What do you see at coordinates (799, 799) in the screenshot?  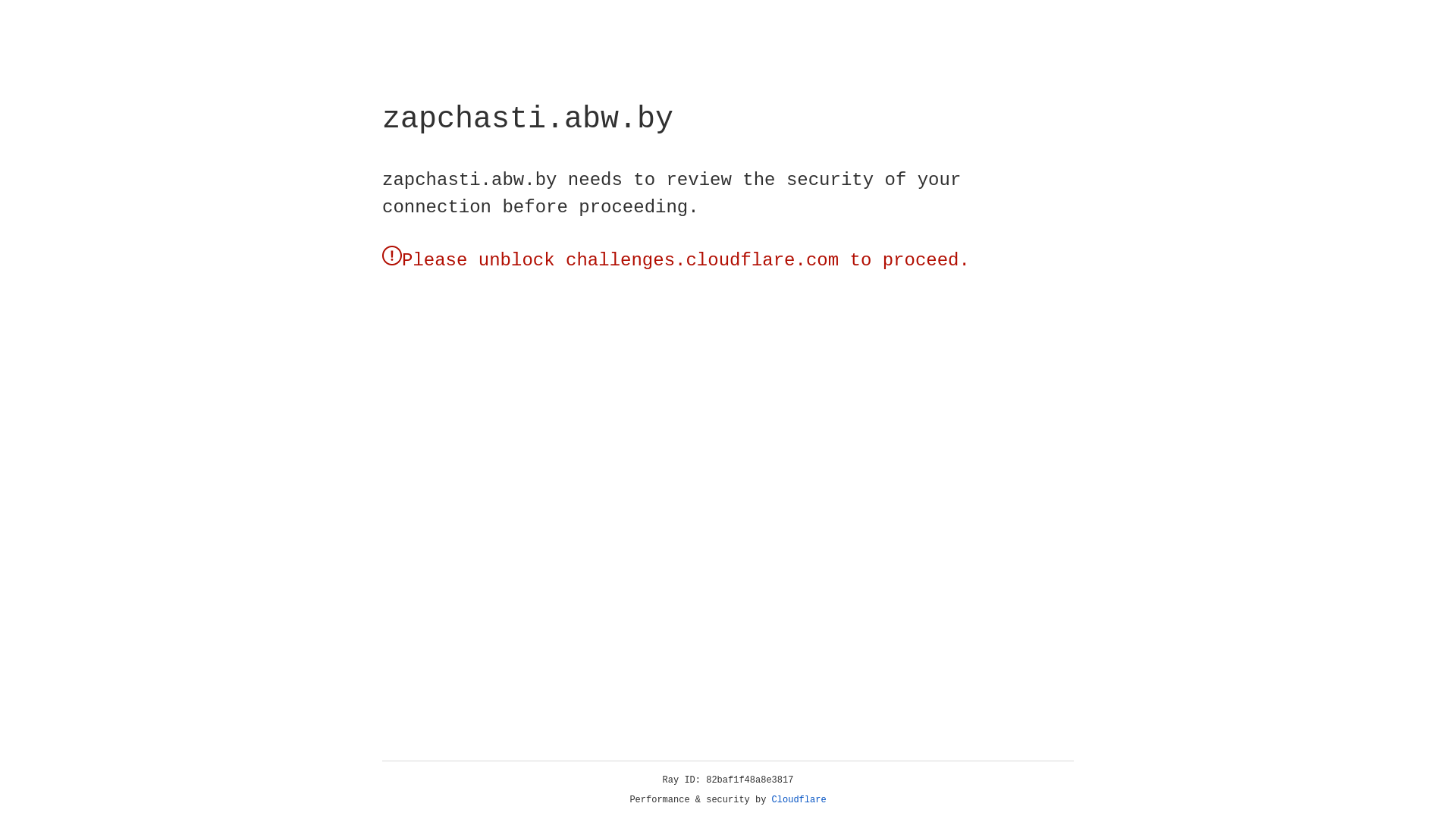 I see `'Cloudflare'` at bounding box center [799, 799].